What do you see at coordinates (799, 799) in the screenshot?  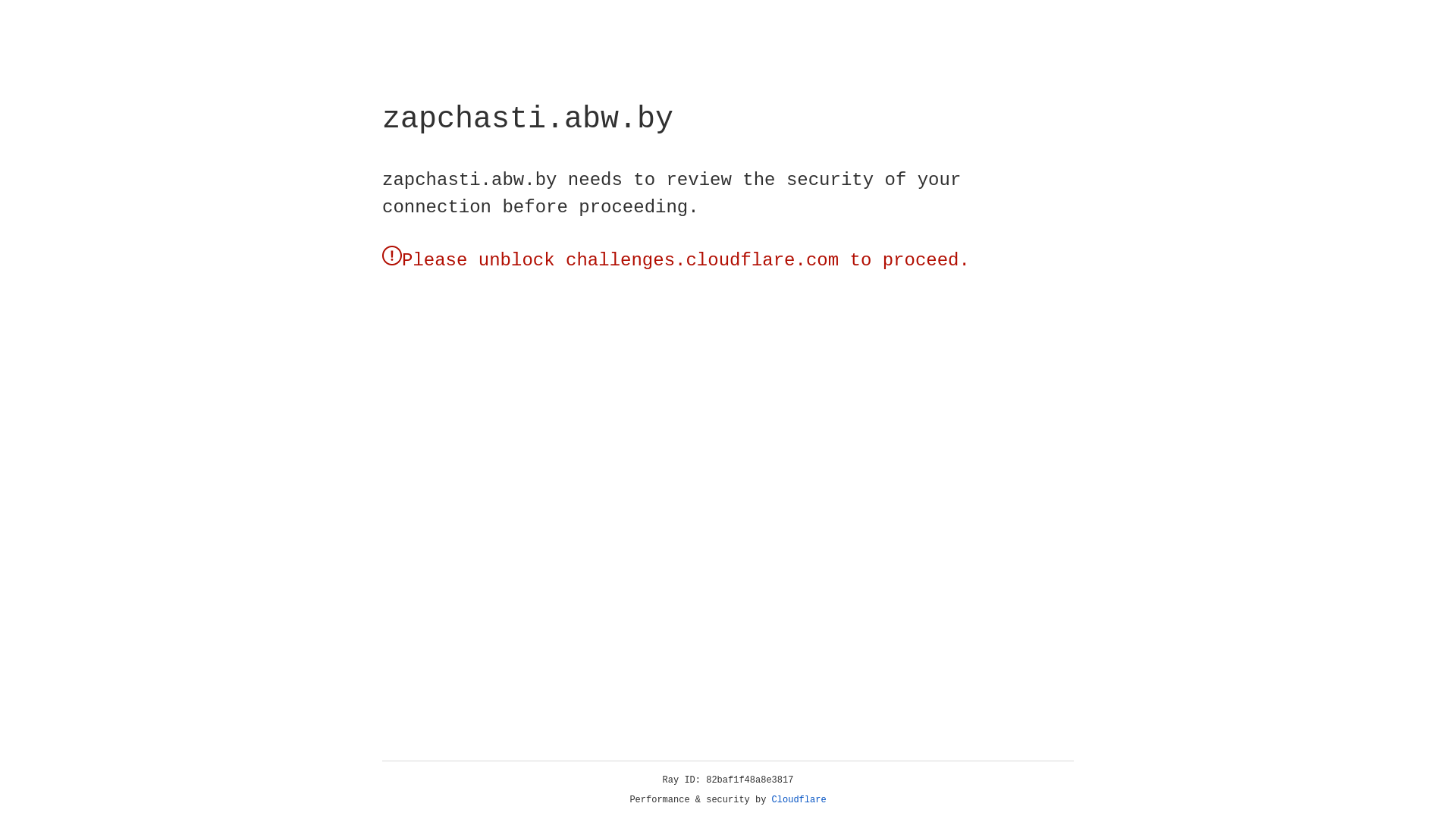 I see `'Cloudflare'` at bounding box center [799, 799].